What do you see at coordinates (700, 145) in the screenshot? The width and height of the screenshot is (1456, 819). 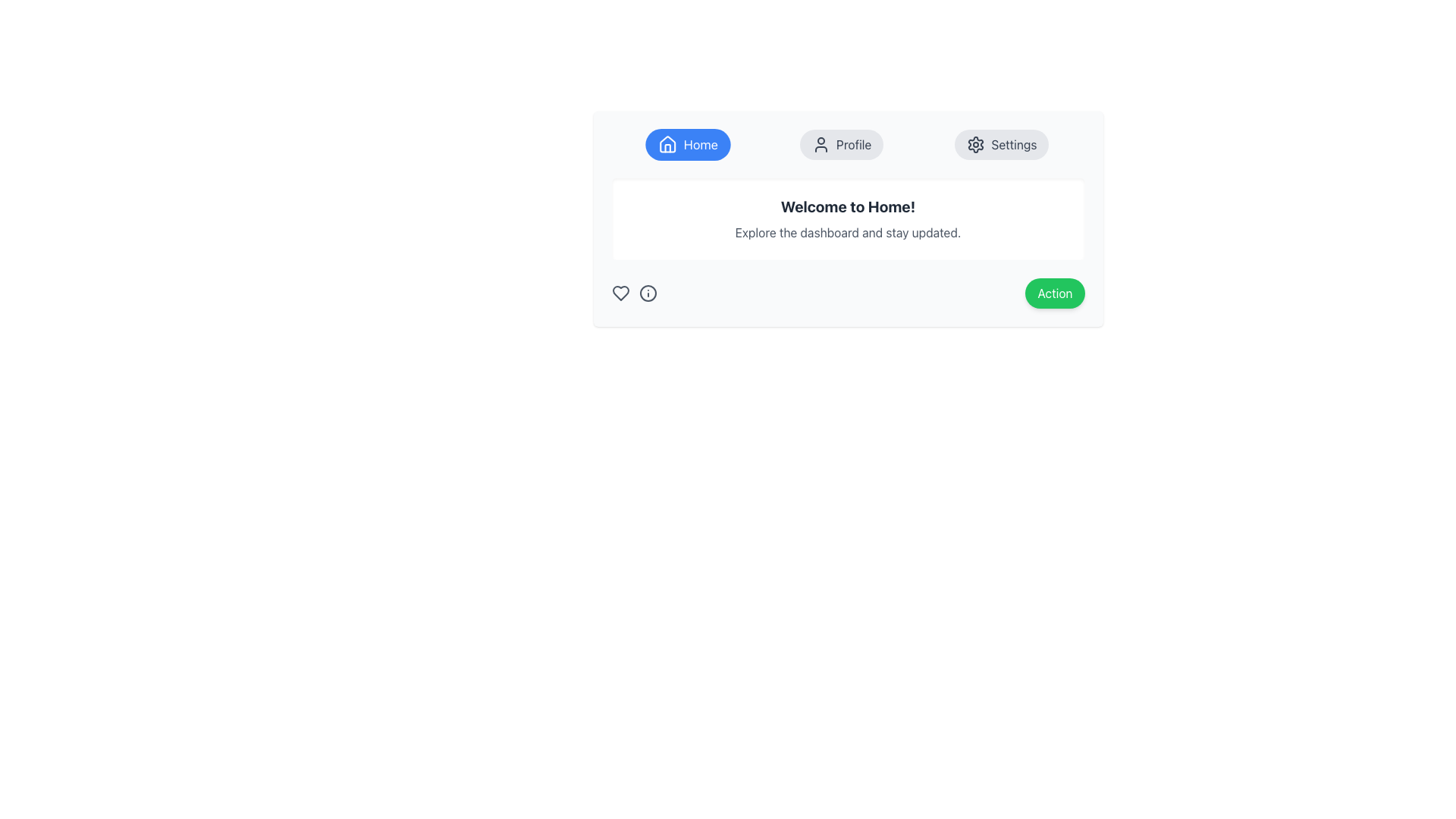 I see `the Text Label in the main navigation bar that indicates a link to the home page or dashboard` at bounding box center [700, 145].